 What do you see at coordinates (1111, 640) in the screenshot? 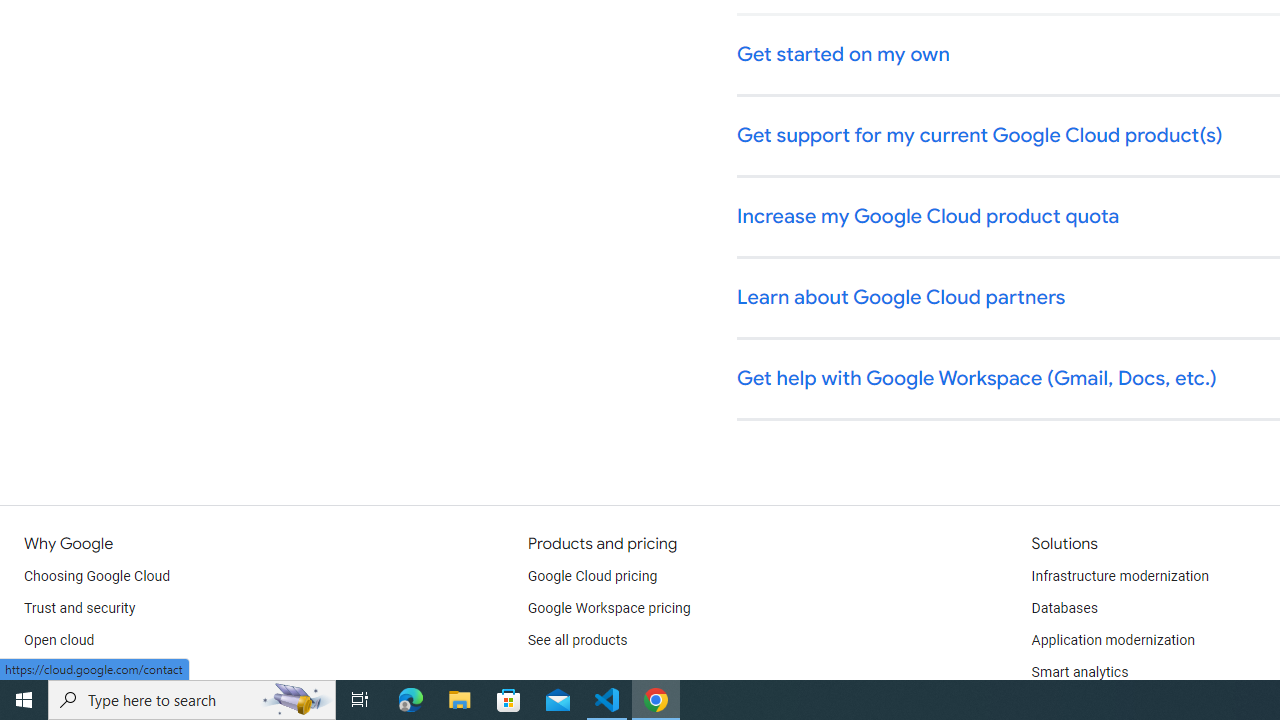
I see `'Application modernization'` at bounding box center [1111, 640].